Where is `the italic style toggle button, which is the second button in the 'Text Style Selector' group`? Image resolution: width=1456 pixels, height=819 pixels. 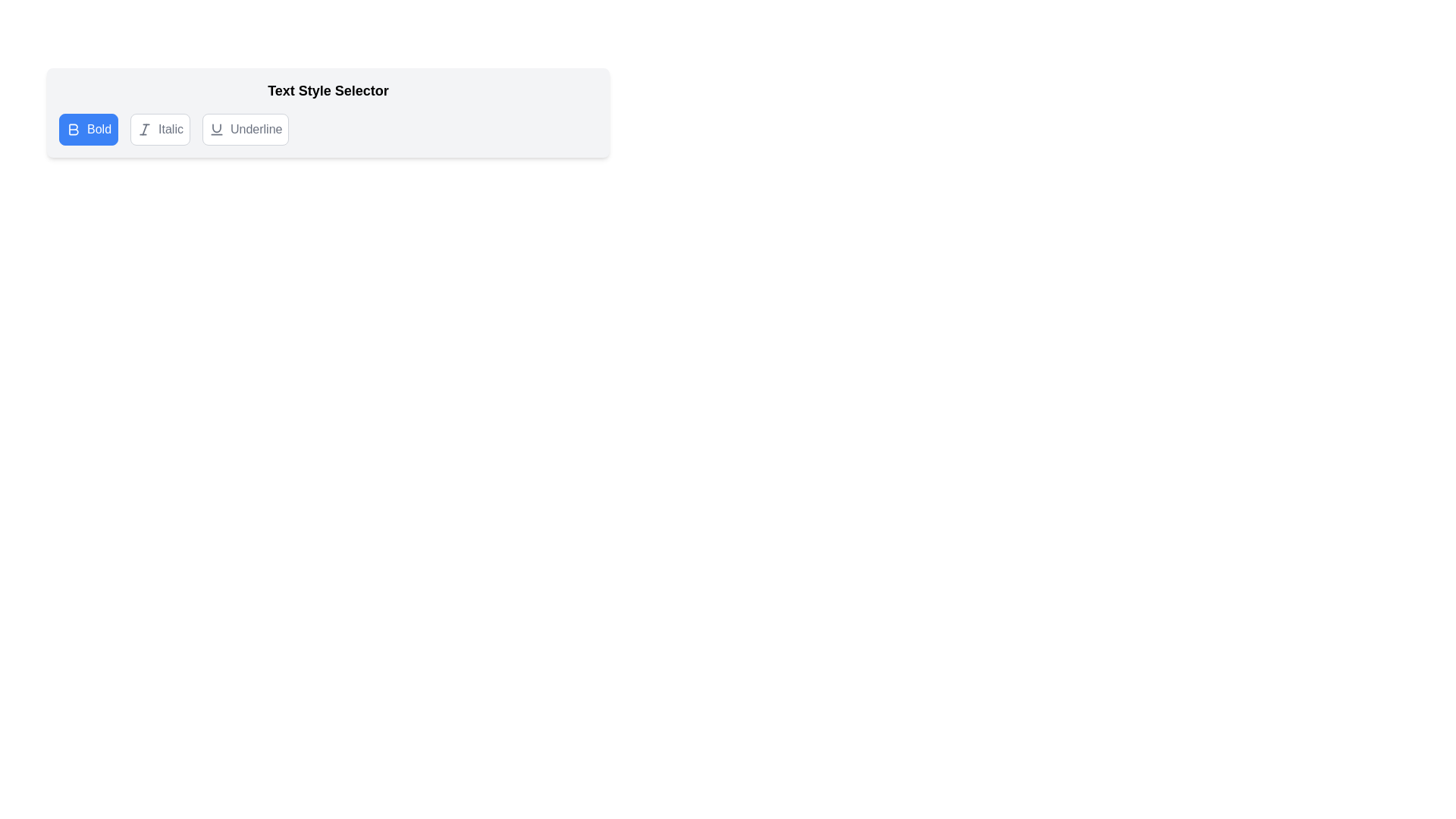
the italic style toggle button, which is the second button in the 'Text Style Selector' group is located at coordinates (160, 128).